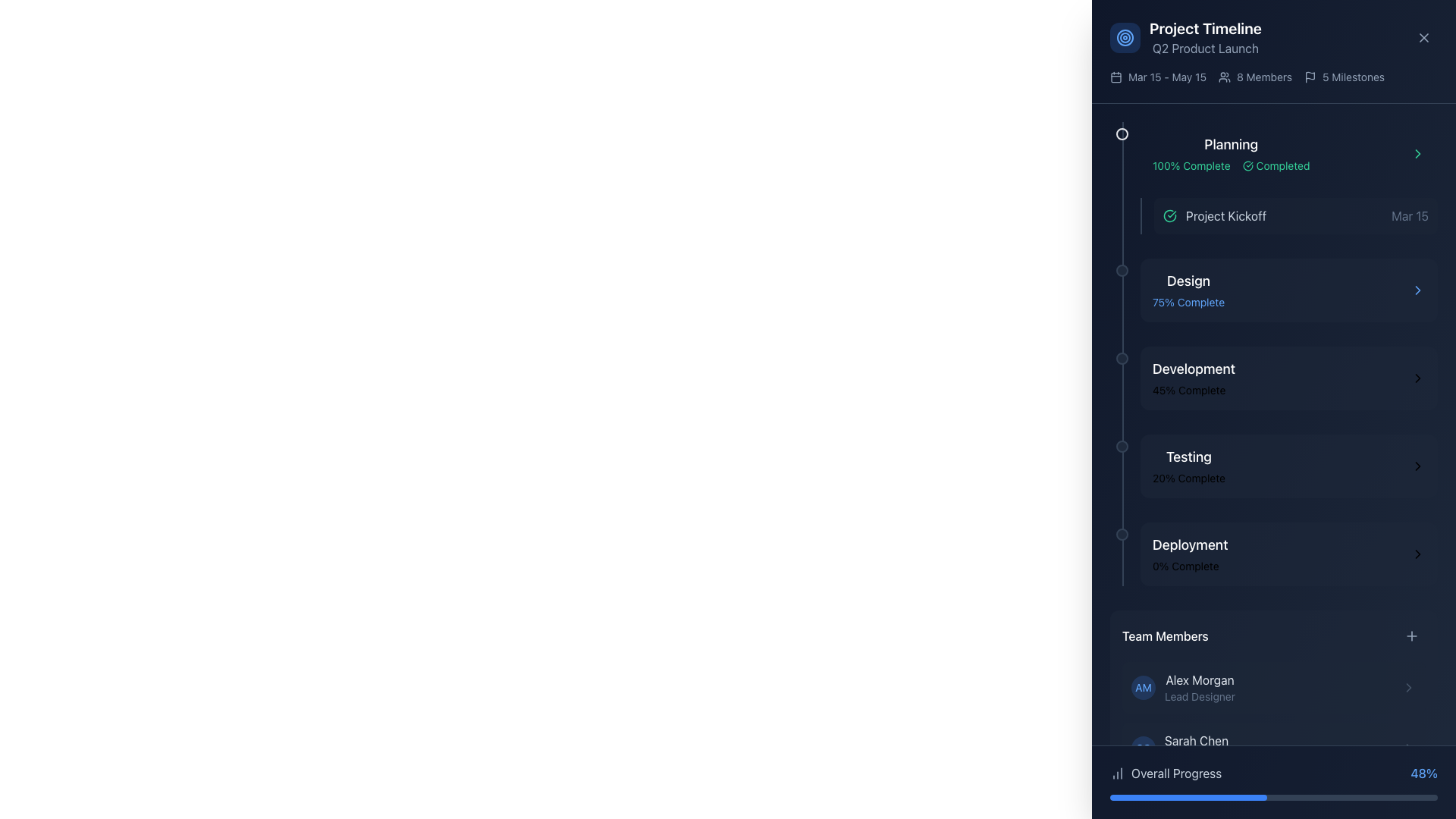 The image size is (1456, 819). I want to click on the progress icon located to the left of the 'Overall Progress' text in the footer section of the interface, so click(1117, 773).